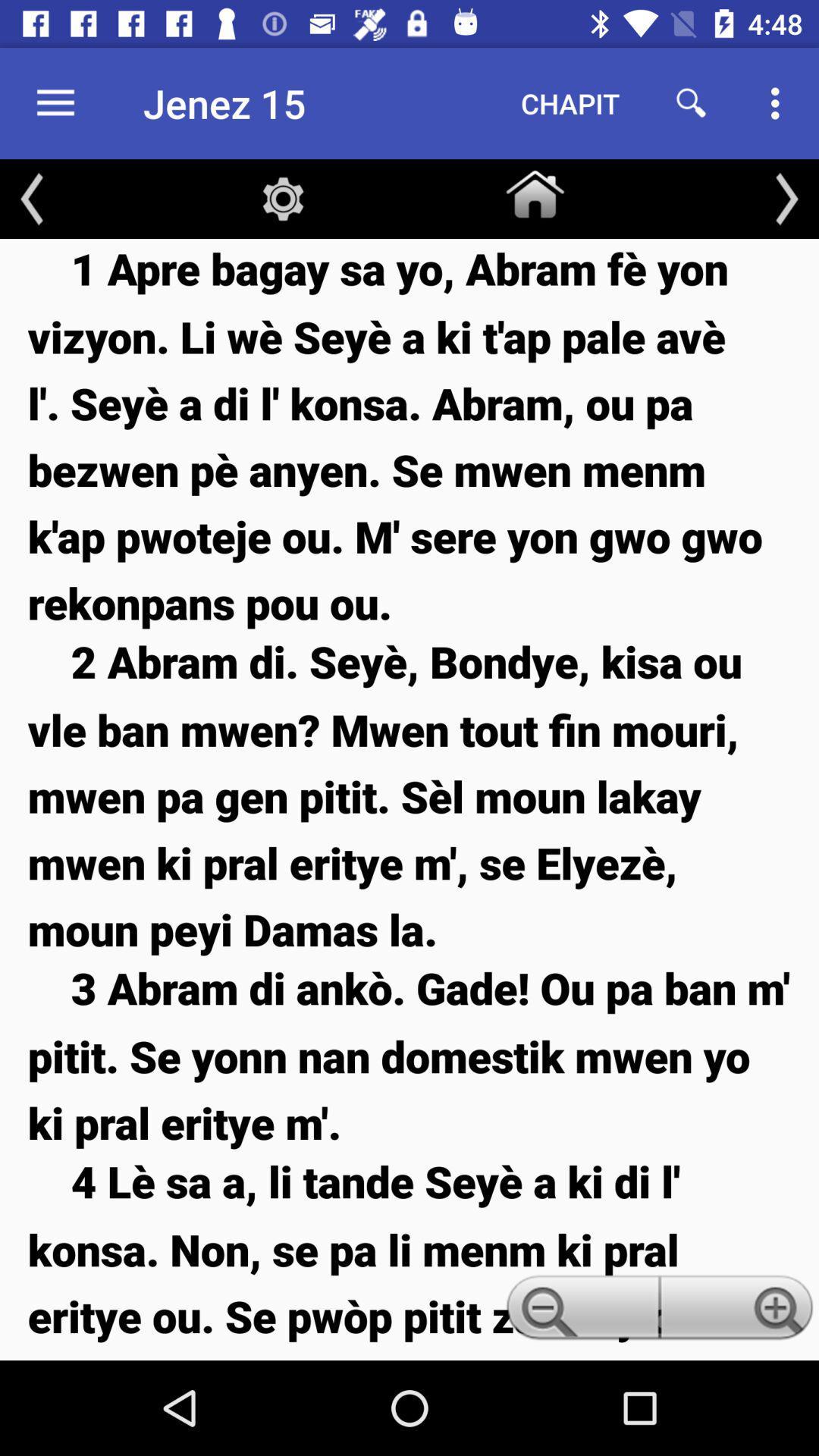 This screenshot has width=819, height=1456. I want to click on the home icon, so click(534, 190).